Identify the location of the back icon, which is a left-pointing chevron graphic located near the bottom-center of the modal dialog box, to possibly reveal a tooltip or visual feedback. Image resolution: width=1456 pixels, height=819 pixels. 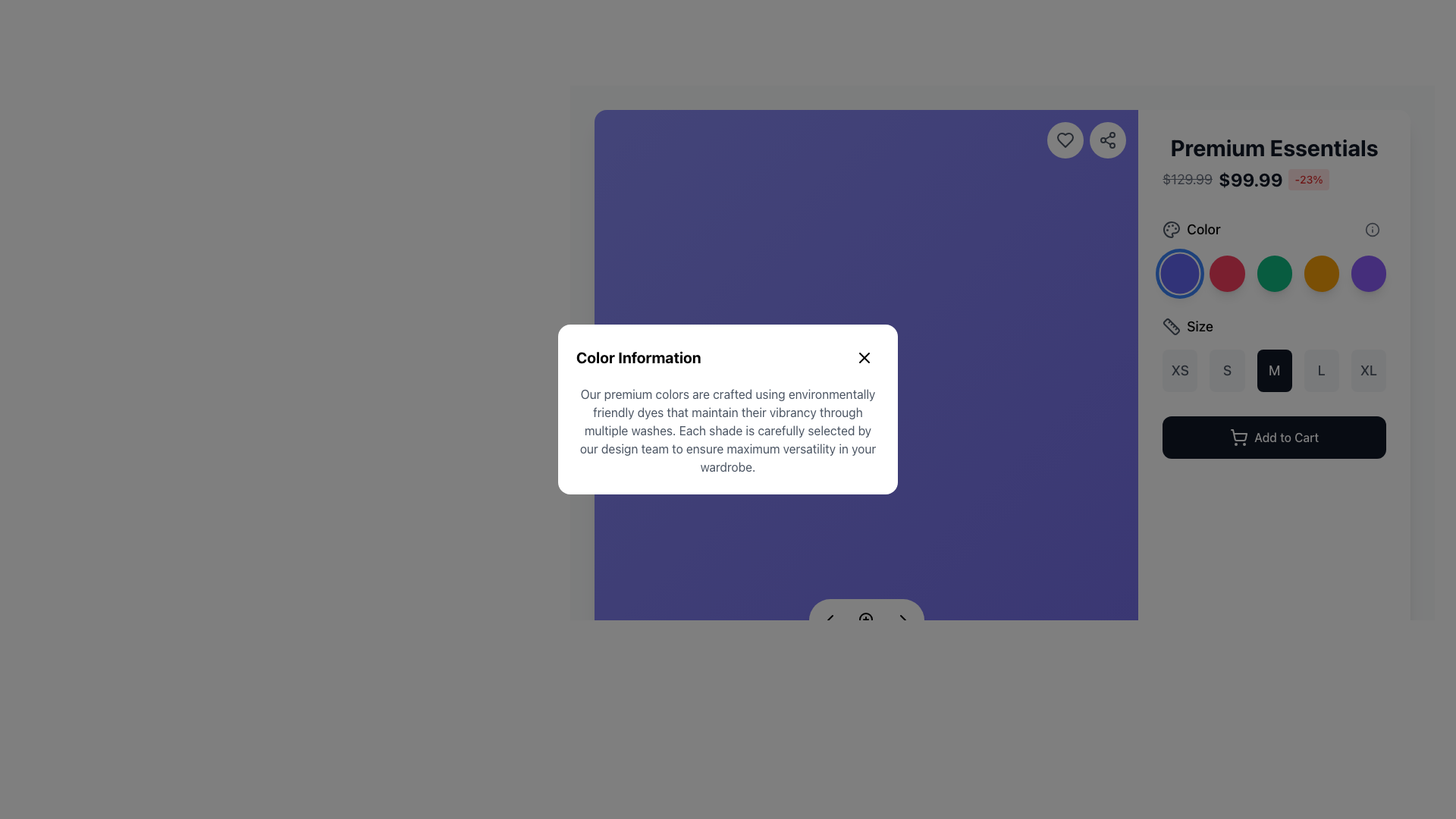
(829, 620).